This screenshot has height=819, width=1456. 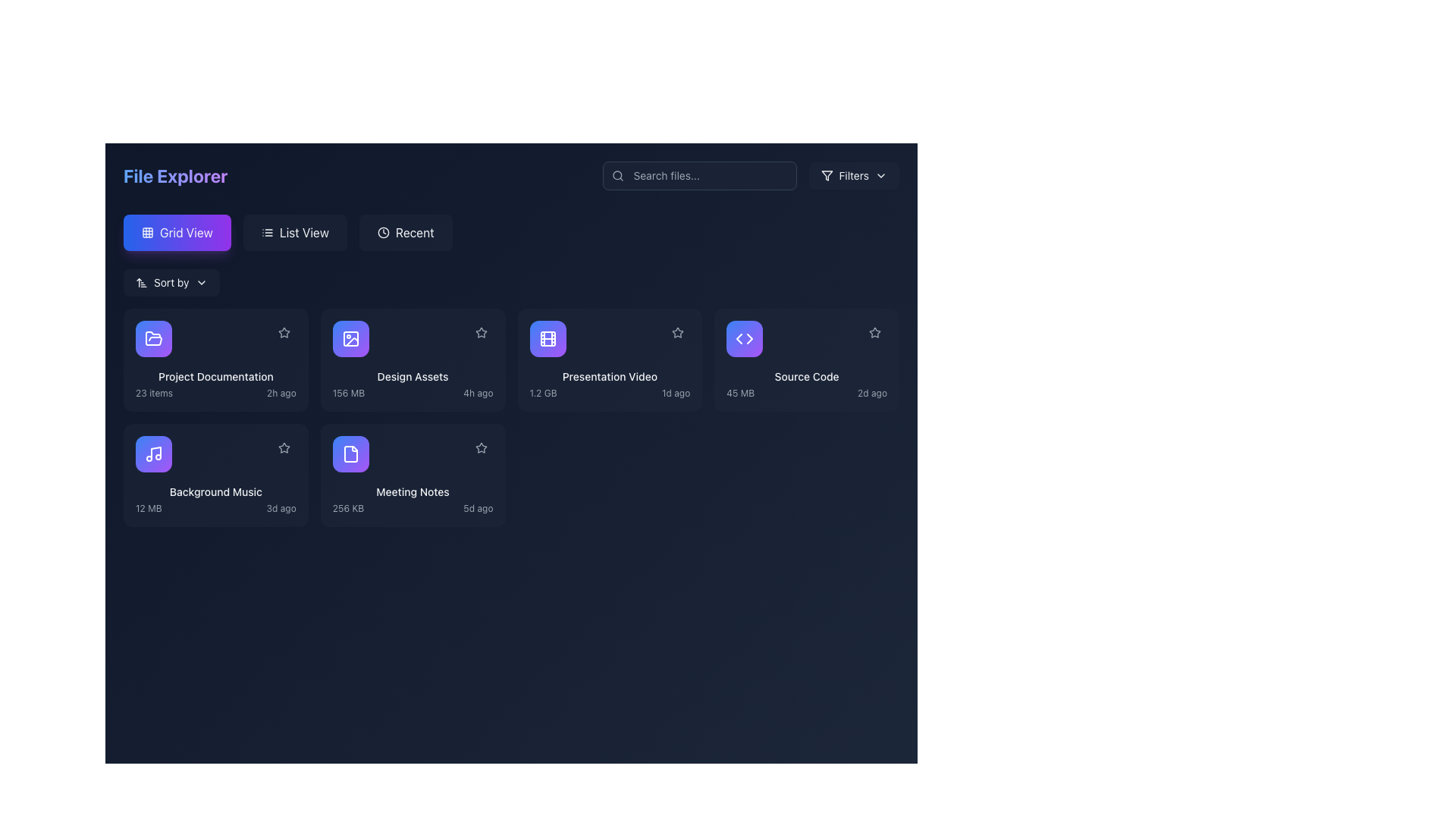 What do you see at coordinates (480, 332) in the screenshot?
I see `the star icon button located in the 'Design Assets' card in the second column of the first row` at bounding box center [480, 332].